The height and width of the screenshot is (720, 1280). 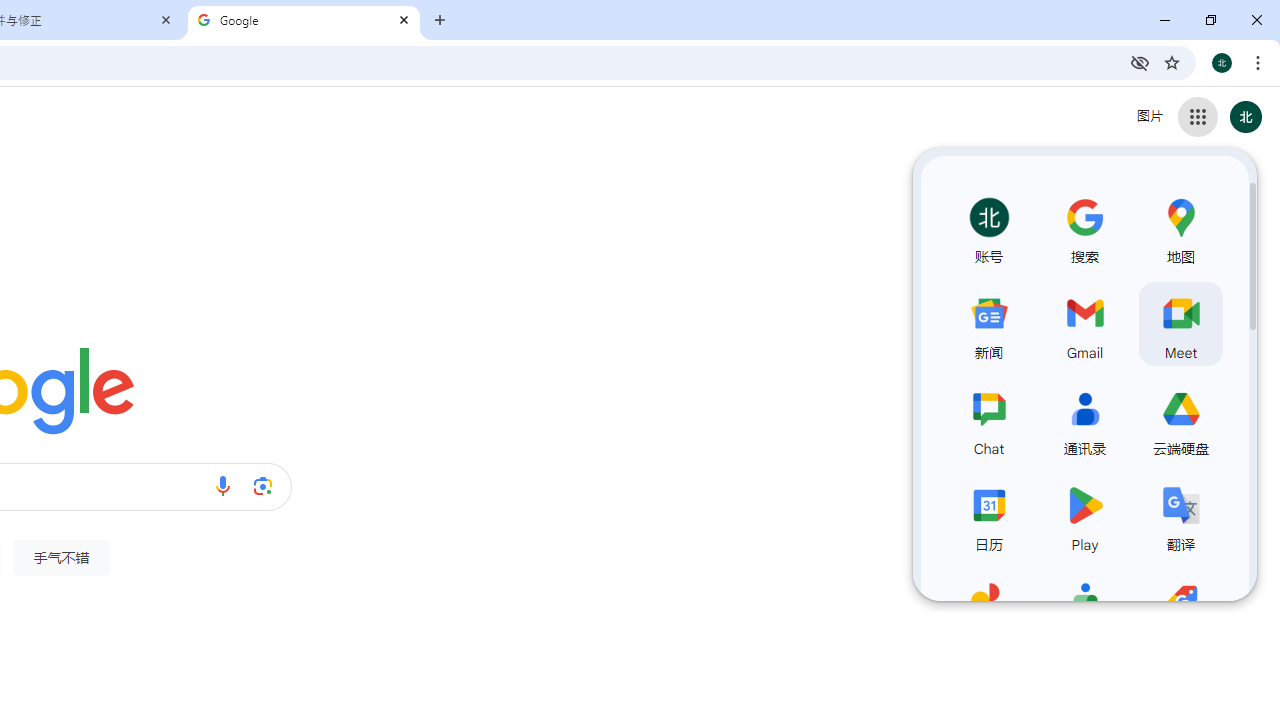 What do you see at coordinates (303, 20) in the screenshot?
I see `'Google'` at bounding box center [303, 20].